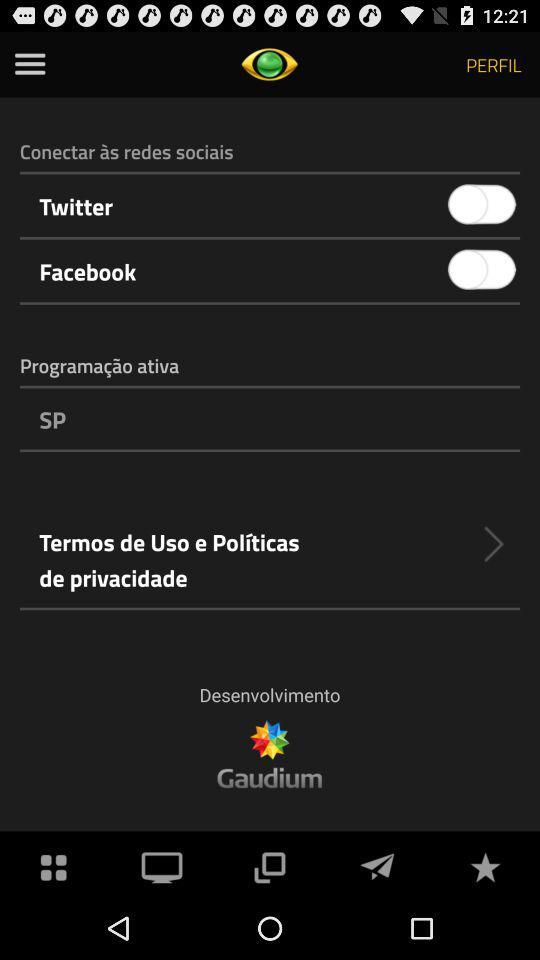 This screenshot has width=540, height=960. I want to click on app below the desenvolvimento item, so click(161, 864).